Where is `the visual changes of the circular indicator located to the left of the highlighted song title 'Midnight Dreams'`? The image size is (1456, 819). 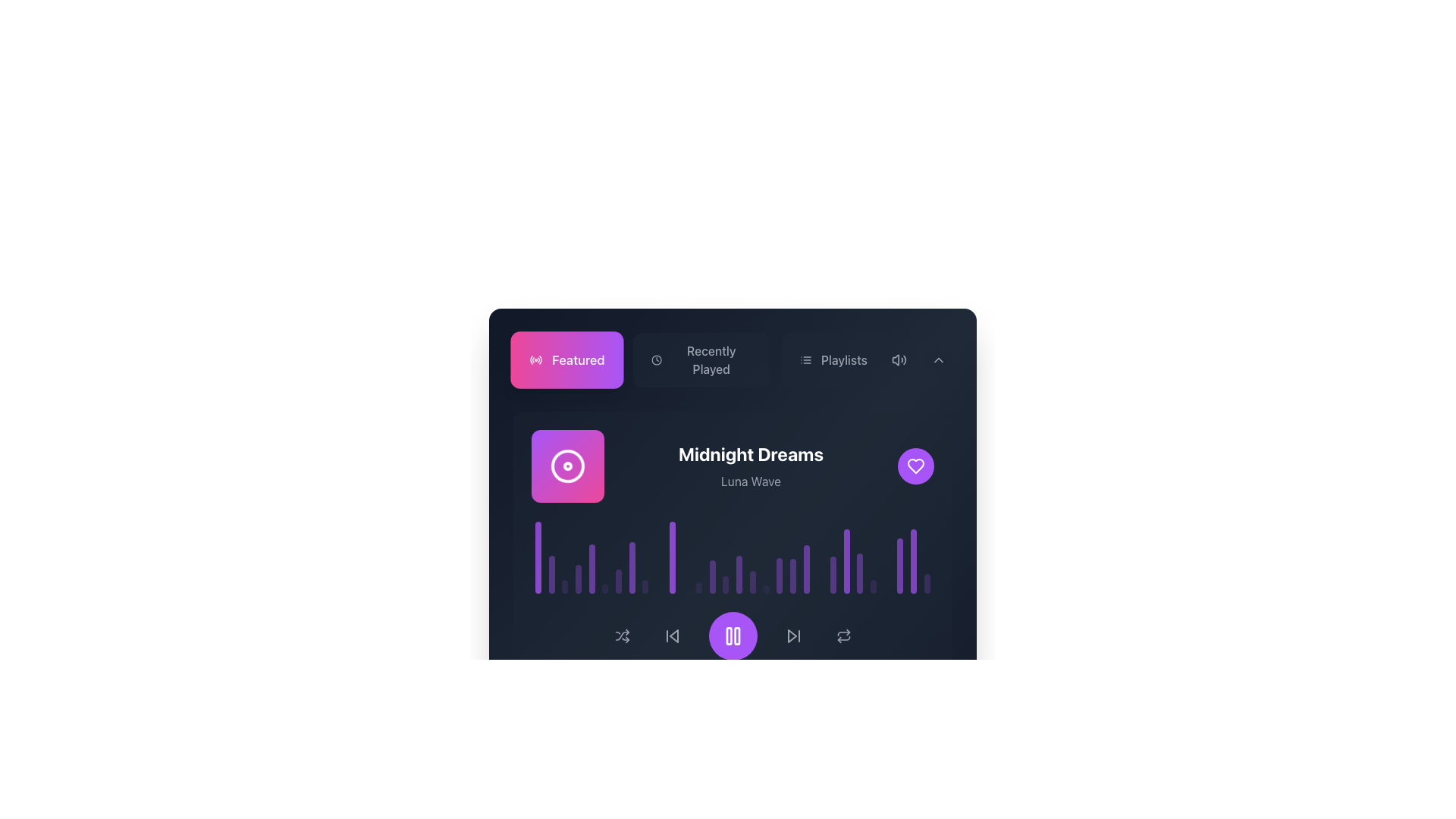 the visual changes of the circular indicator located to the left of the highlighted song title 'Midnight Dreams' is located at coordinates (566, 465).